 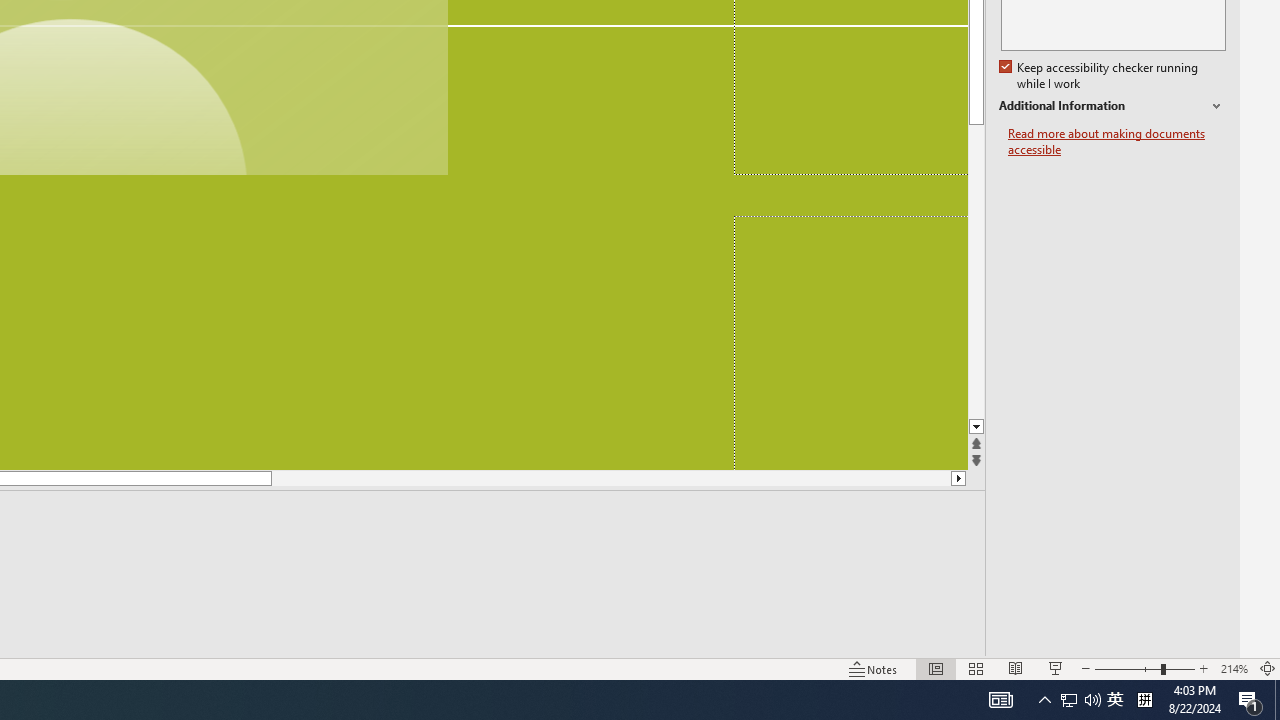 I want to click on 'Additional Information', so click(x=1111, y=106).